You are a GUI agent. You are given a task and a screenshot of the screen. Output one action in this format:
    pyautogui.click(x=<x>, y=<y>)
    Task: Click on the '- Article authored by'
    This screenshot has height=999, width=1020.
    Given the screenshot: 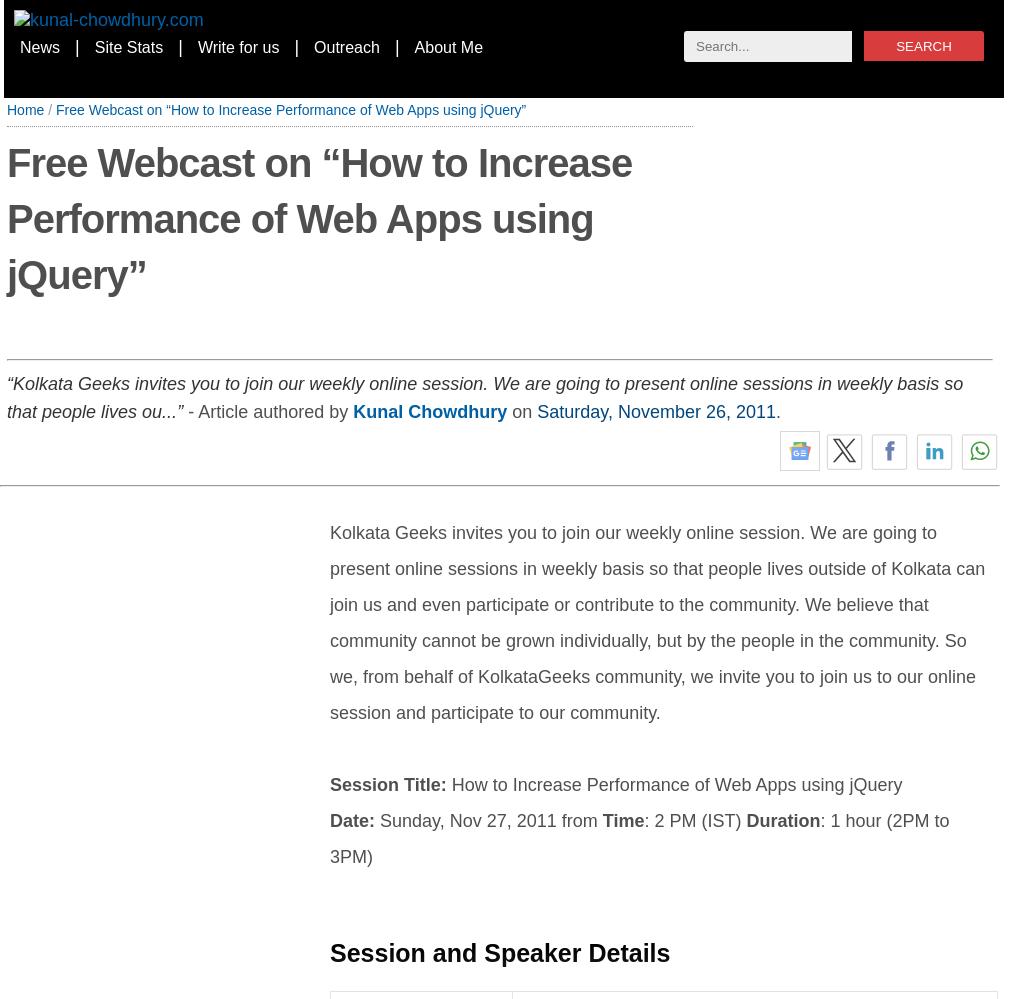 What is the action you would take?
    pyautogui.click(x=266, y=410)
    